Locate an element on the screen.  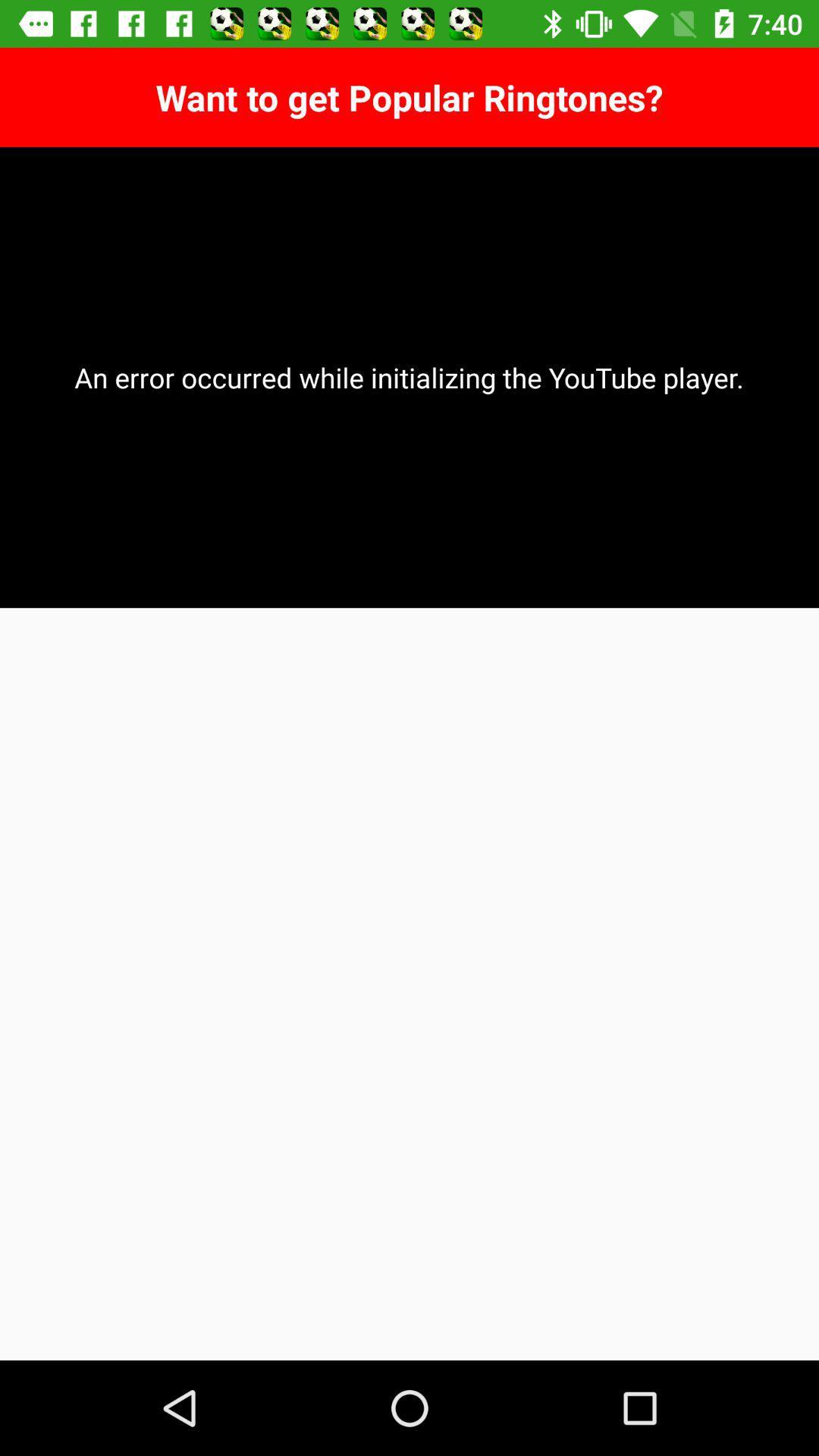
the want to get app is located at coordinates (409, 96).